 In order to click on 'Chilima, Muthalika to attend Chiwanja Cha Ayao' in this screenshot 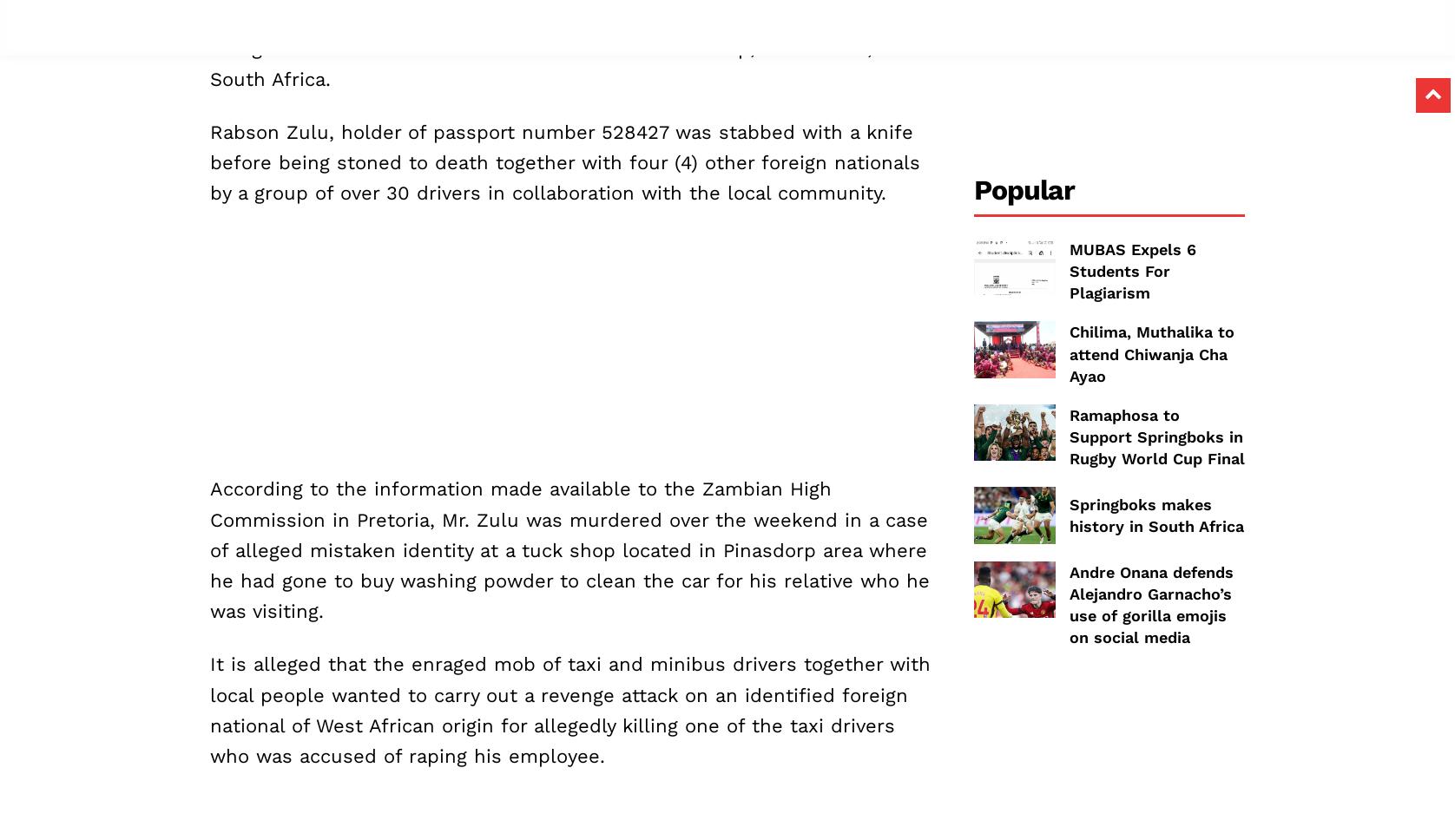, I will do `click(1151, 353)`.